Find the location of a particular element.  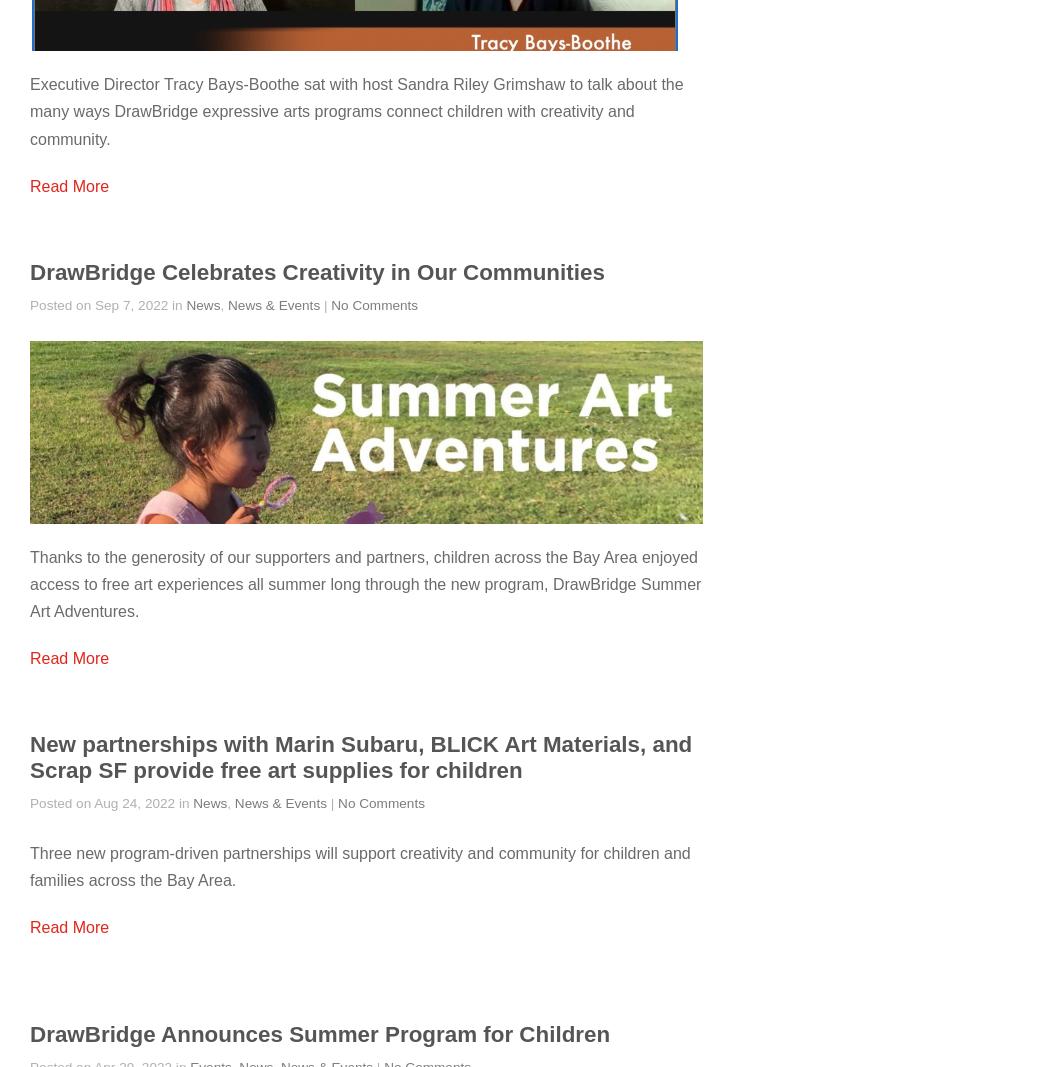

'Posted 					
														on Sep 7, 2022							in' is located at coordinates (108, 304).